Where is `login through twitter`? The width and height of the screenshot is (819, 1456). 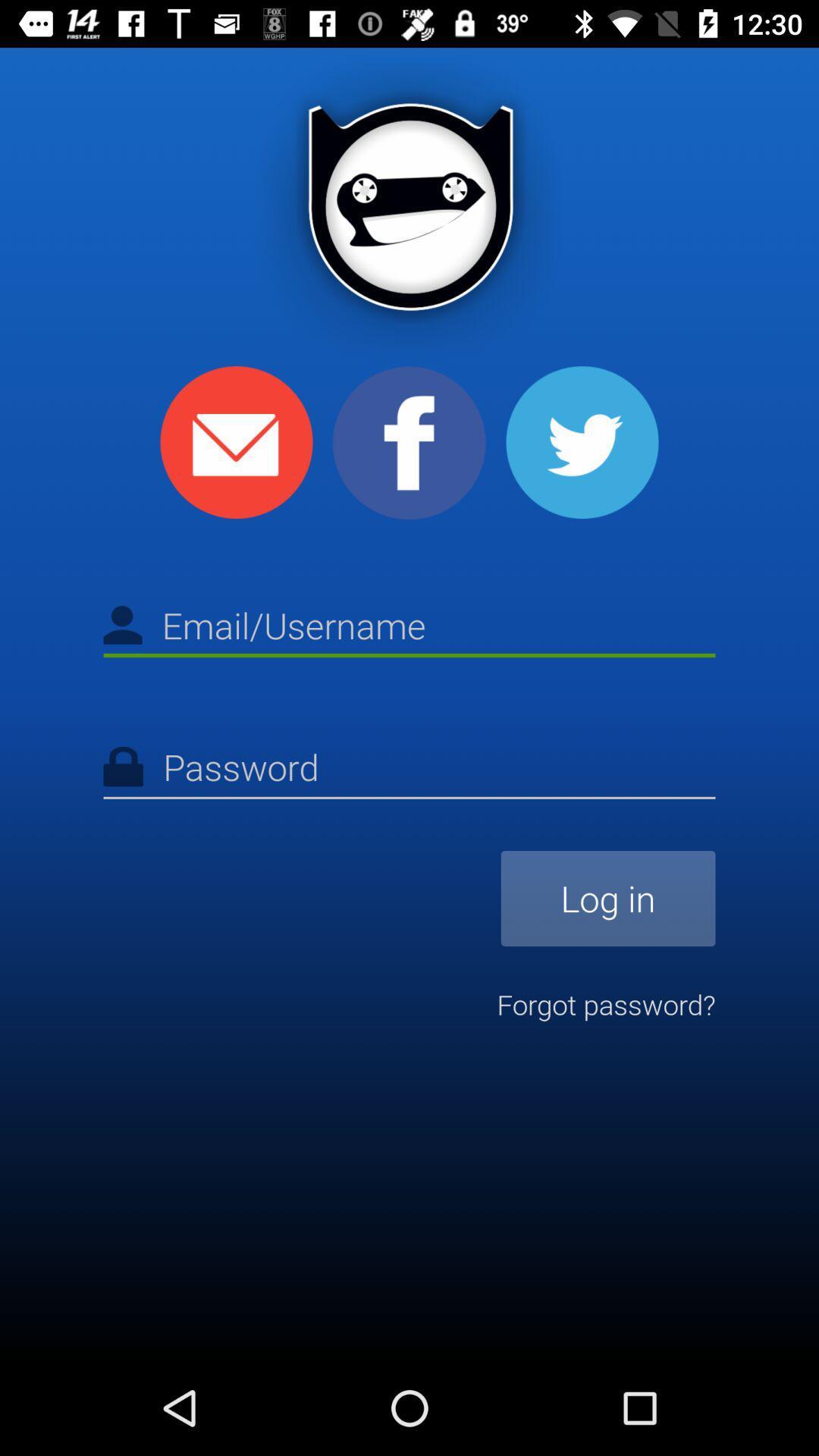 login through twitter is located at coordinates (581, 441).